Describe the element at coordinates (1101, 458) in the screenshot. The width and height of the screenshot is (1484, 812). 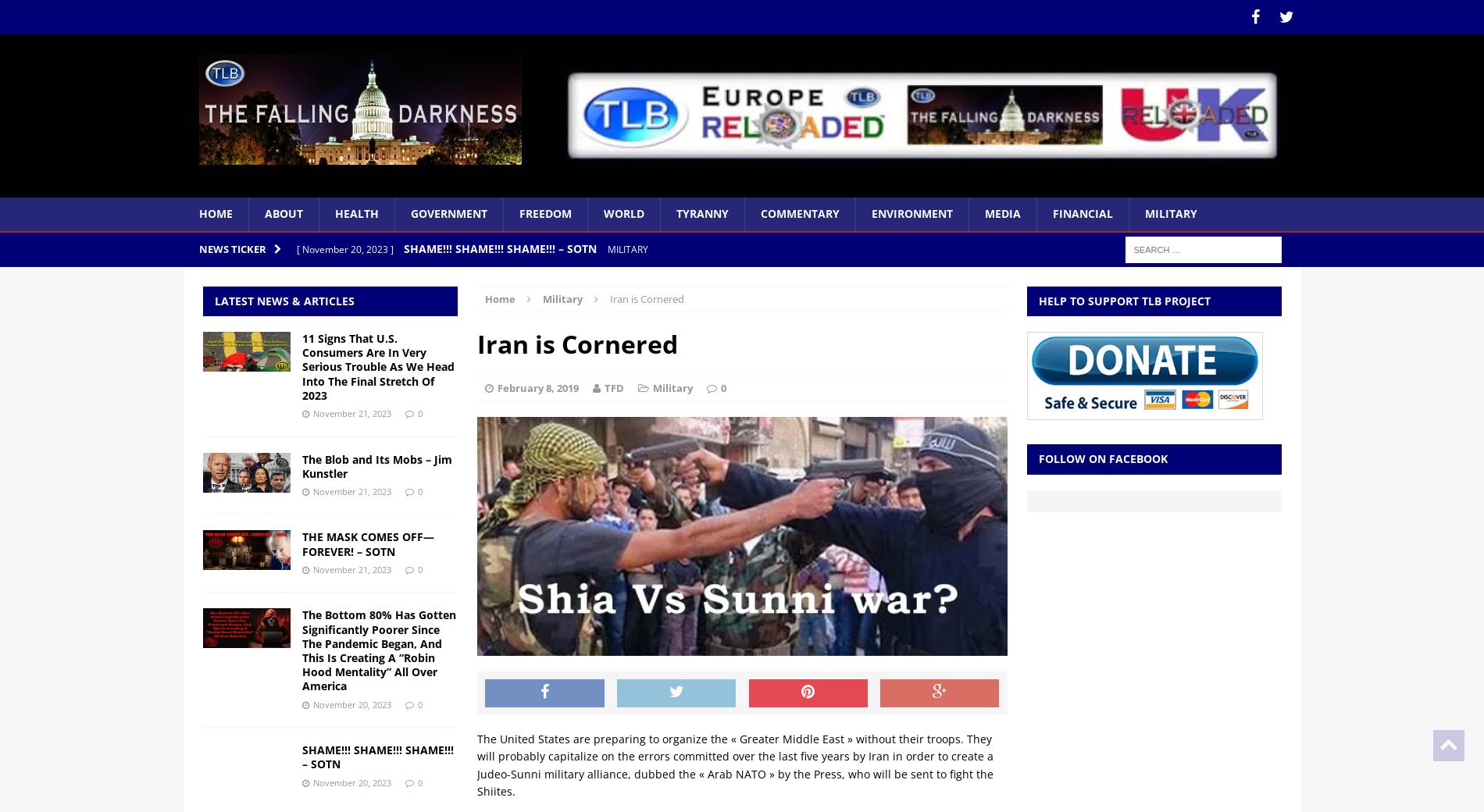
I see `'Follow on Facebook'` at that location.